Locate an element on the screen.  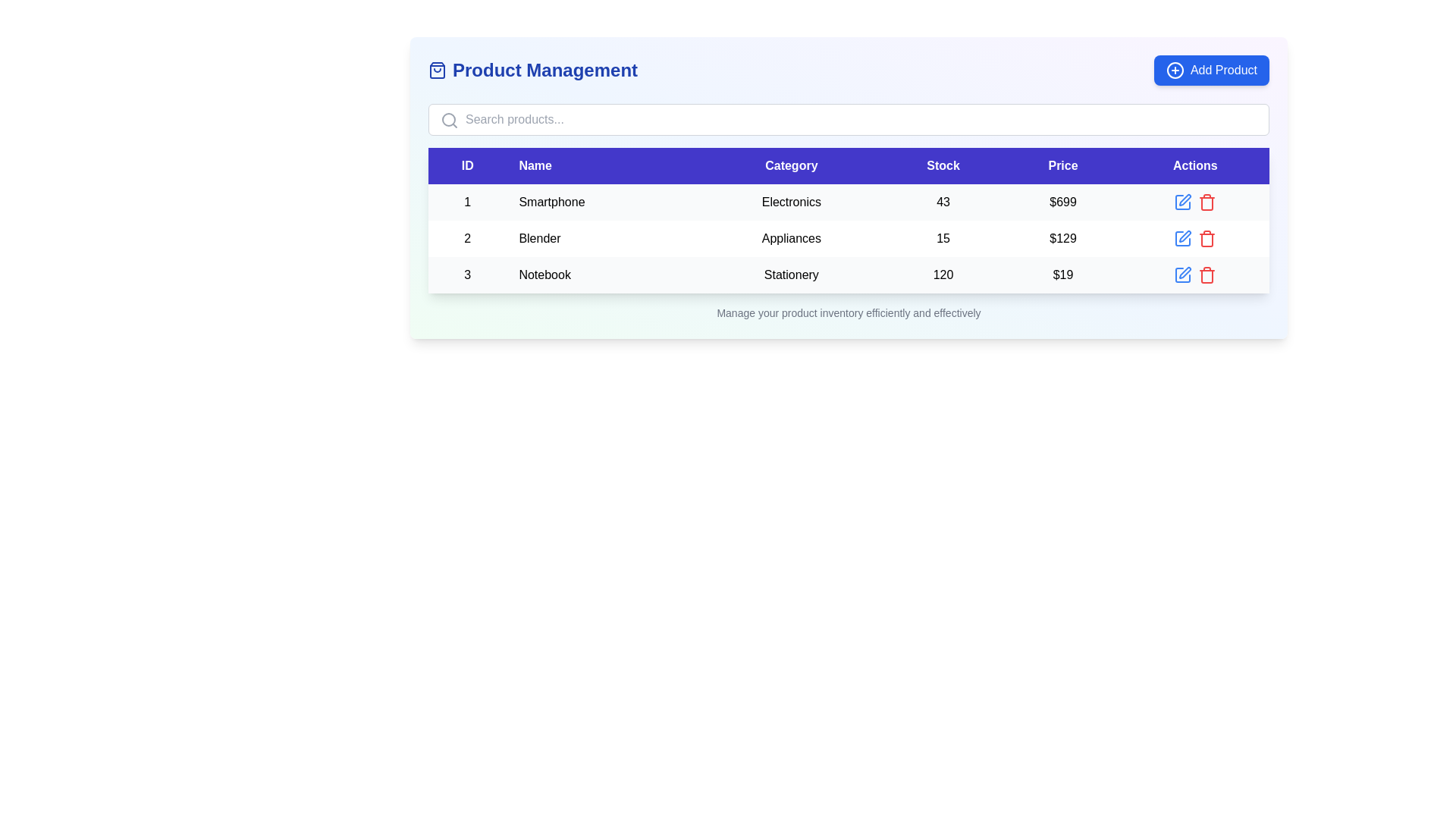
the edit button located in the 'Actions' column of the first row of the table to initiate the edit operation for the respective product's details is located at coordinates (1182, 201).